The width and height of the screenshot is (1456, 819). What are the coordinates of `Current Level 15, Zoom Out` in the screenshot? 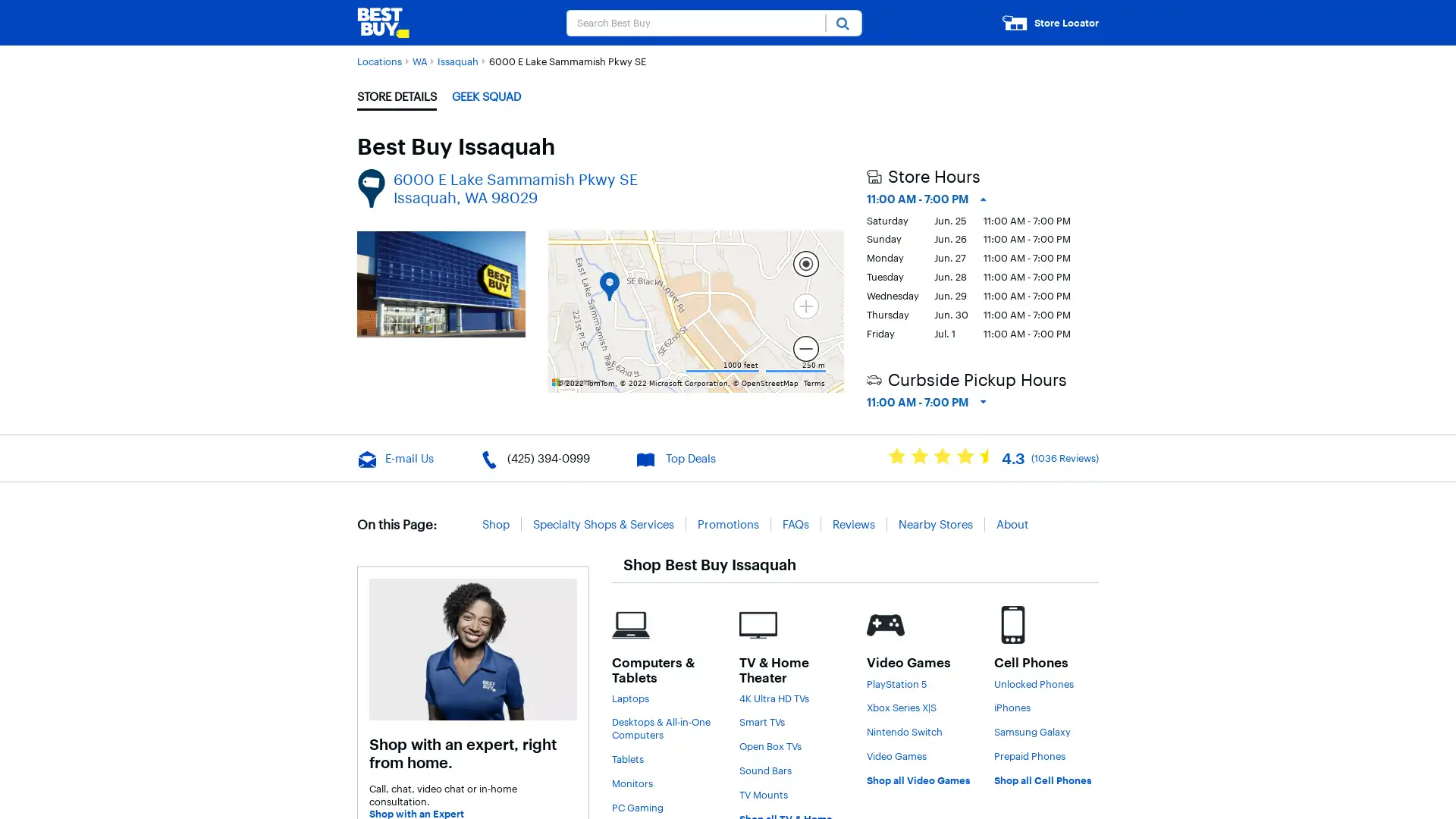 It's located at (805, 348).